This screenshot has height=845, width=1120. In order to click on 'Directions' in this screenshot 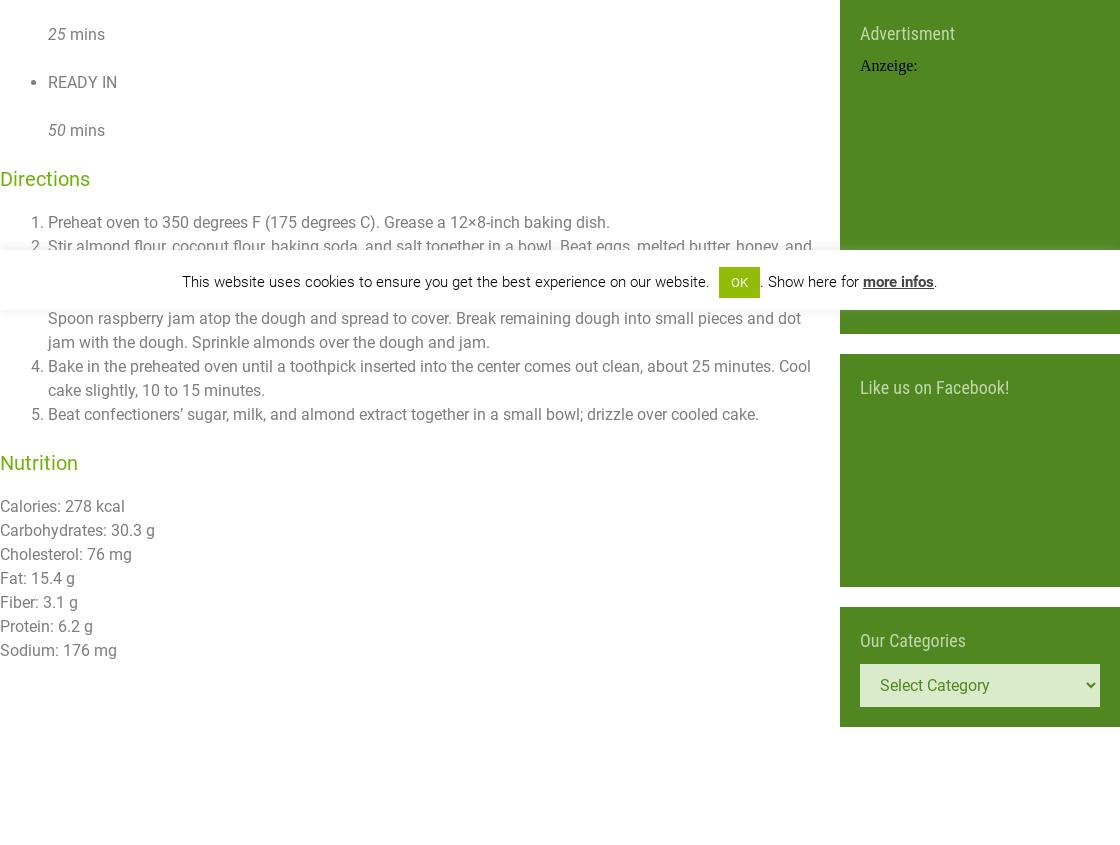, I will do `click(45, 177)`.